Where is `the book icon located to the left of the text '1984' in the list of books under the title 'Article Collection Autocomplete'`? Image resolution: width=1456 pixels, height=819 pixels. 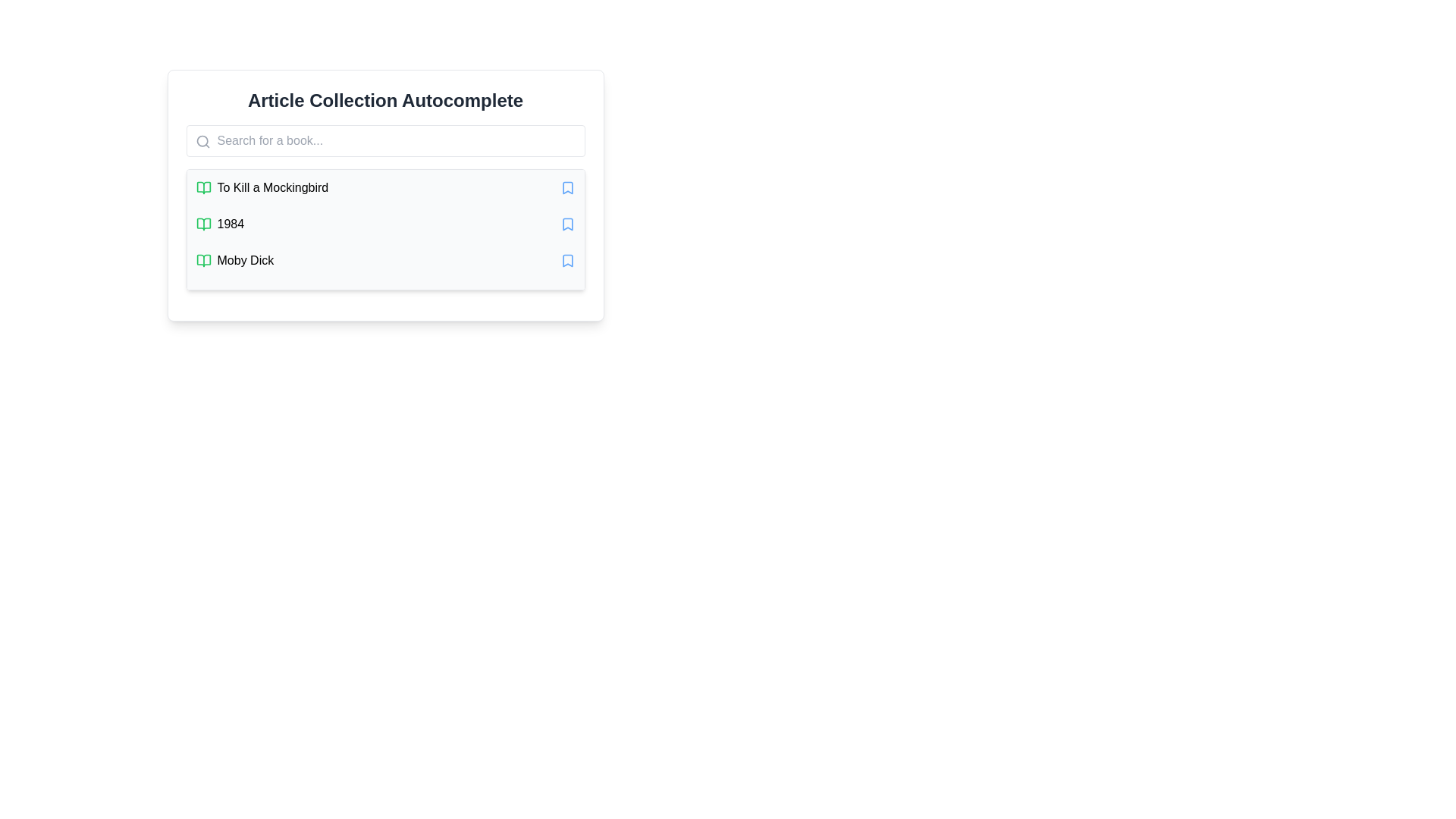
the book icon located to the left of the text '1984' in the list of books under the title 'Article Collection Autocomplete' is located at coordinates (202, 224).